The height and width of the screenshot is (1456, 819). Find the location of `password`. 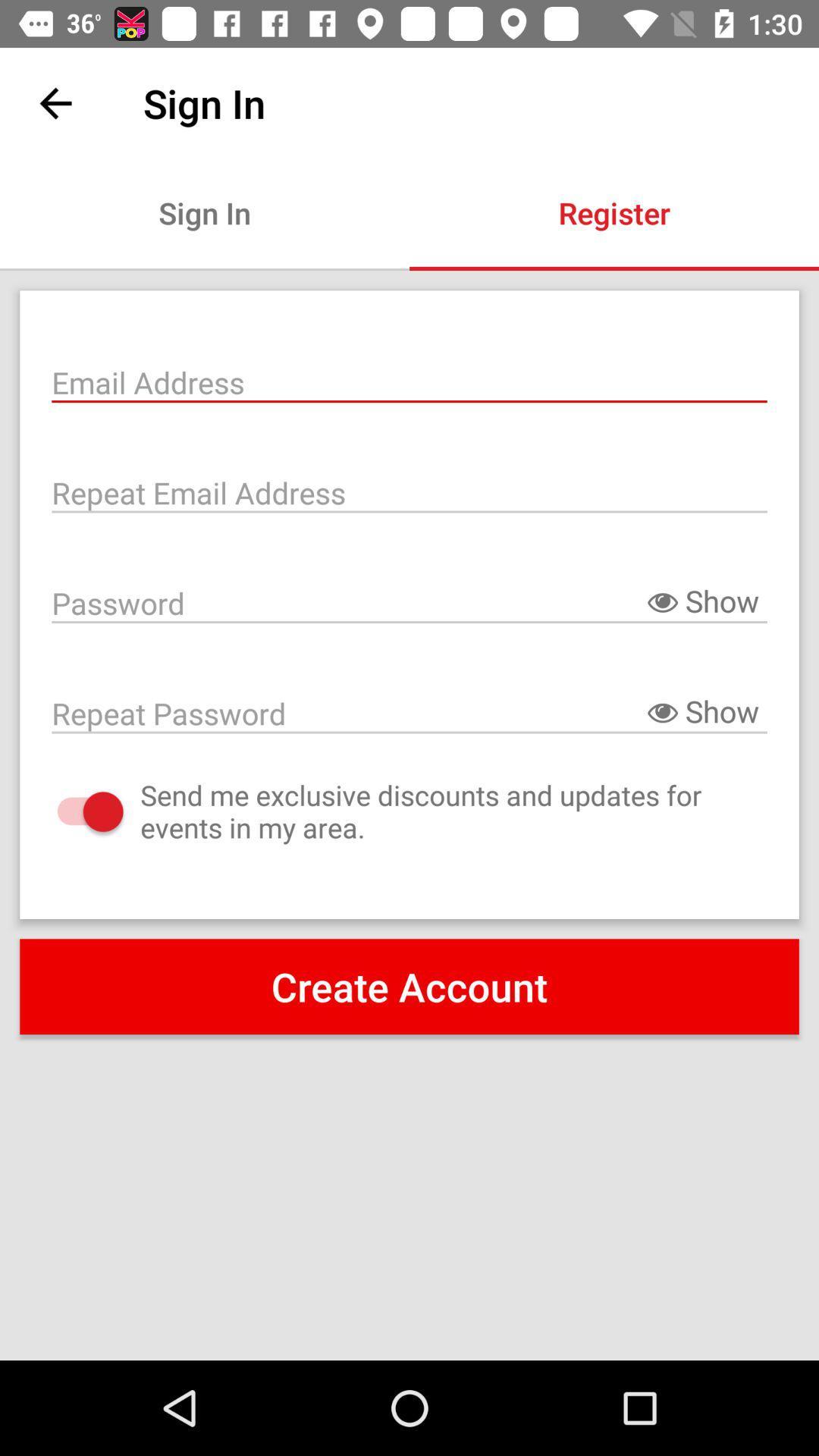

password is located at coordinates (409, 601).